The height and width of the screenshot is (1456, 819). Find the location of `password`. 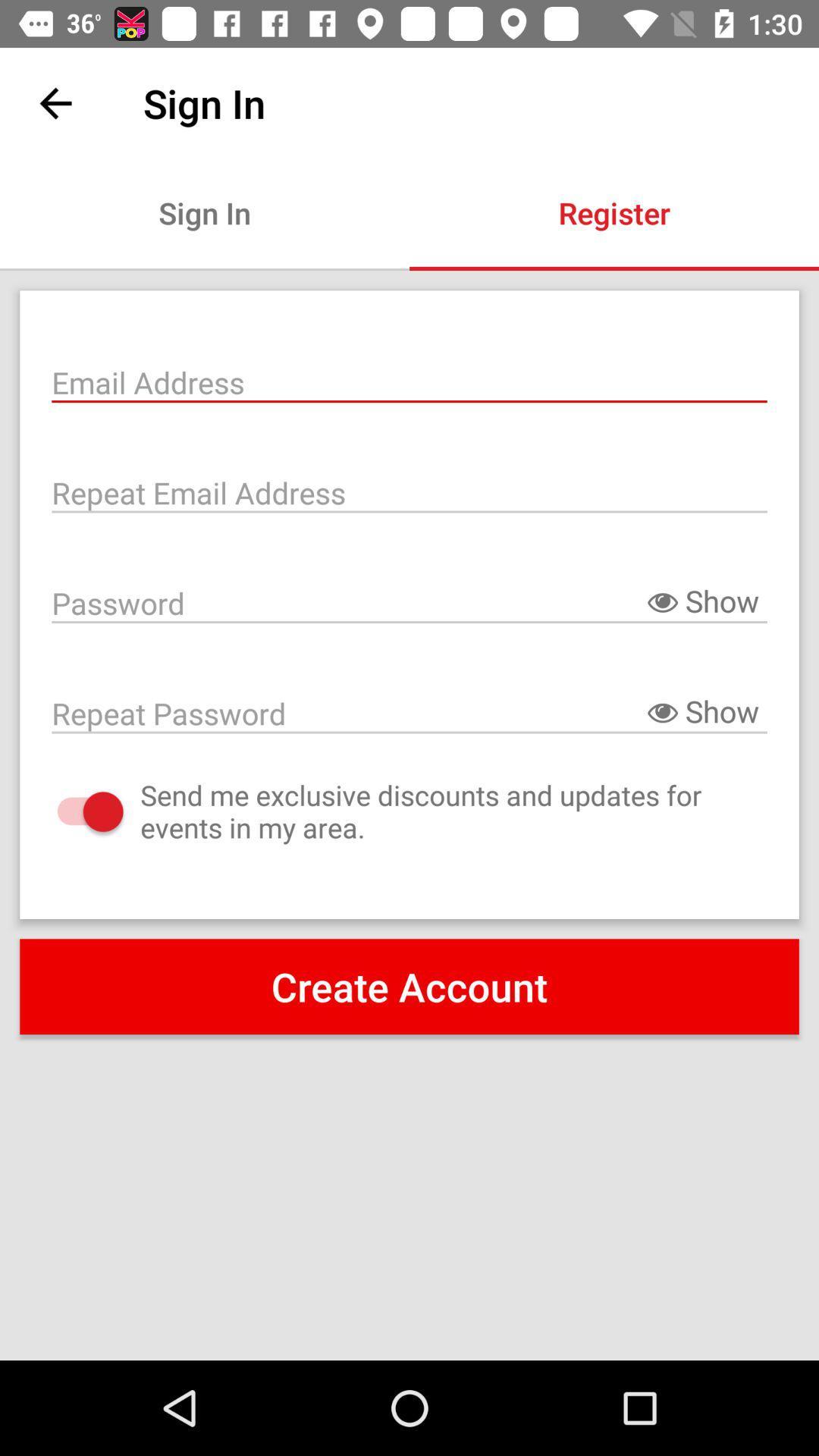

password is located at coordinates (409, 601).